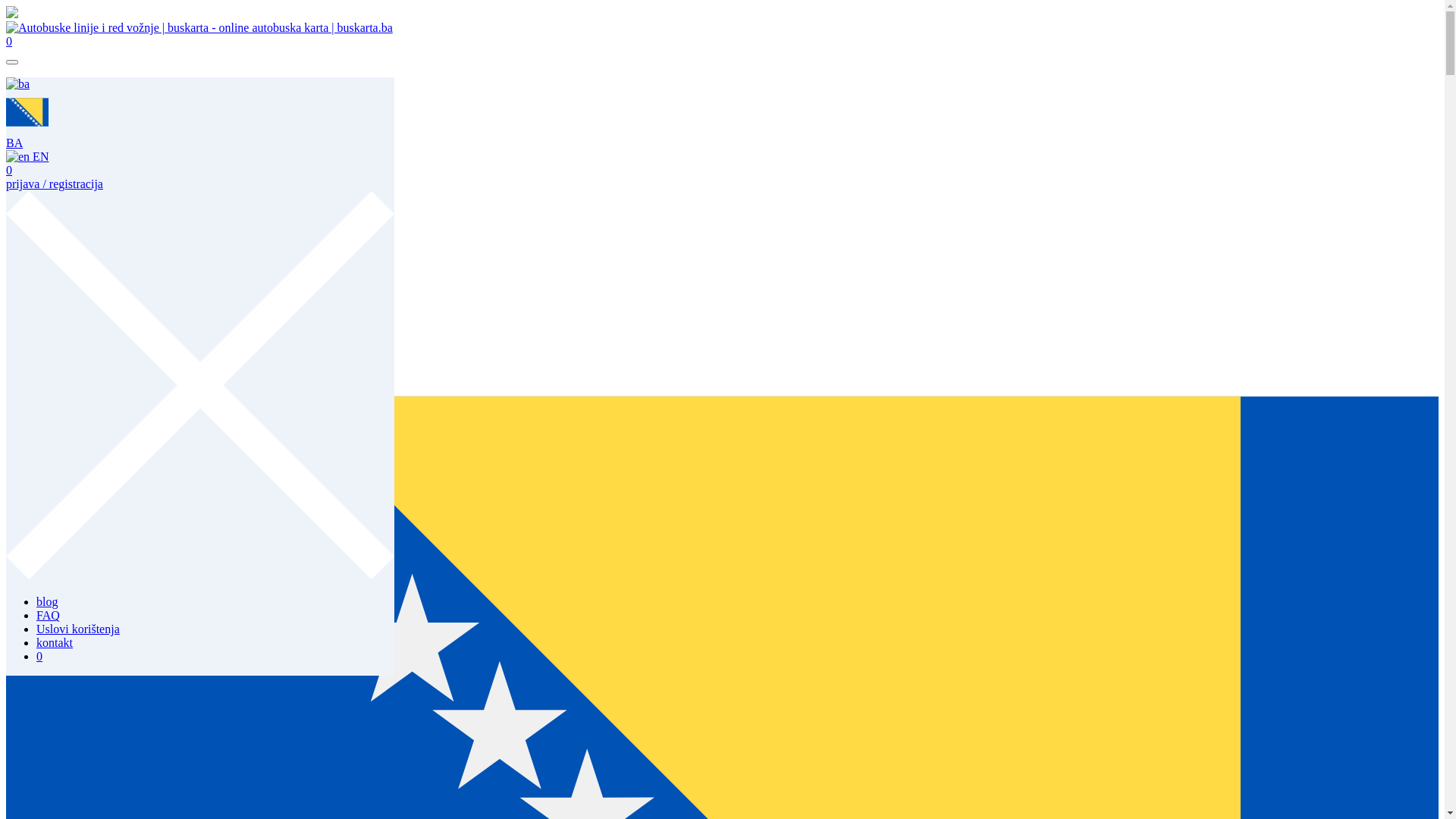 Image resolution: width=1456 pixels, height=819 pixels. I want to click on '0', so click(39, 655).